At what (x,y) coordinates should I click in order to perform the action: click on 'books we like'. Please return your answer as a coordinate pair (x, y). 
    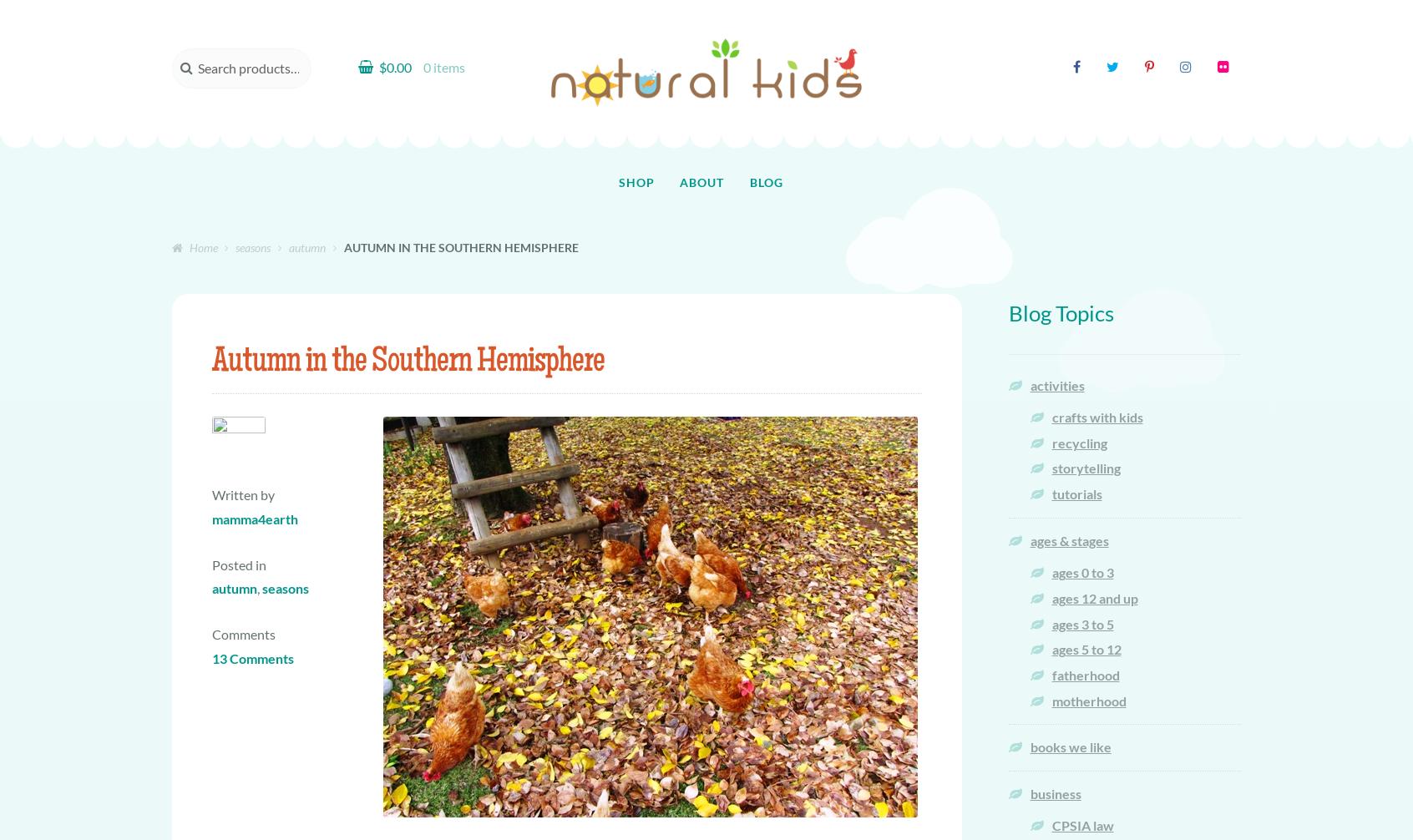
    Looking at the image, I should click on (1069, 746).